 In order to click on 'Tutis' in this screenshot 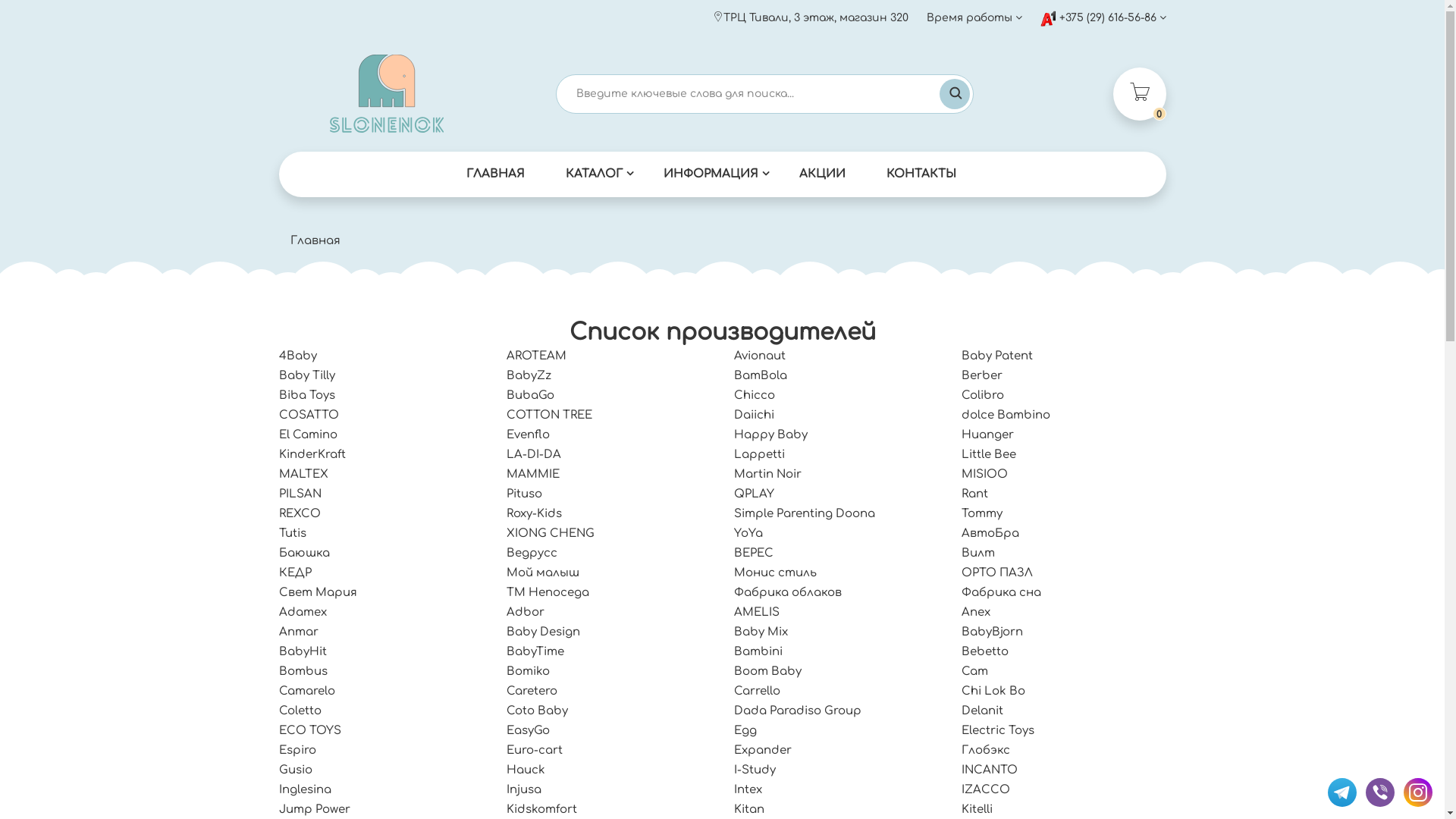, I will do `click(292, 532)`.